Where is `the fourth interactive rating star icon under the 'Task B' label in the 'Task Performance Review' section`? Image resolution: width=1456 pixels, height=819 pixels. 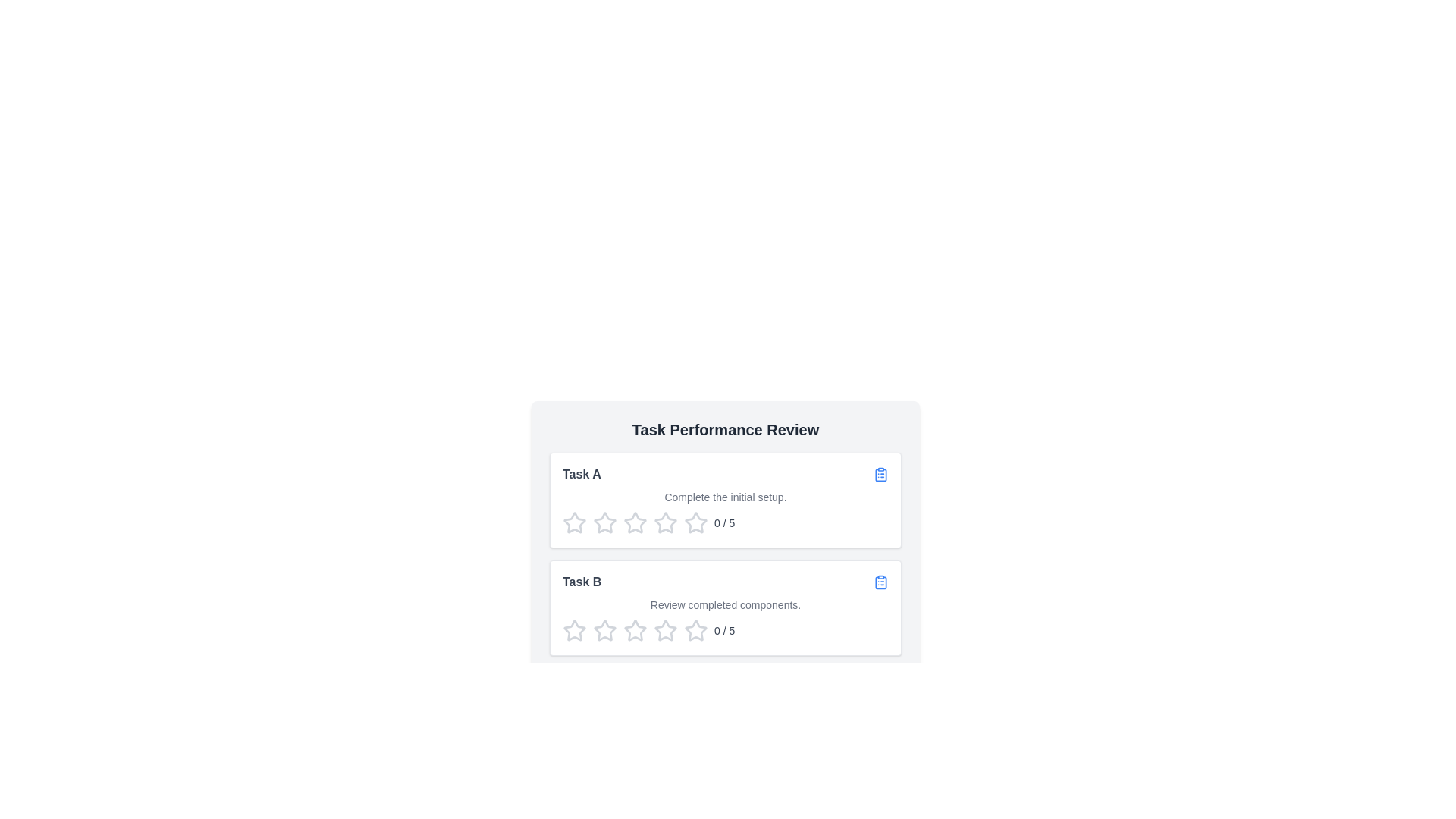
the fourth interactive rating star icon under the 'Task B' label in the 'Task Performance Review' section is located at coordinates (635, 631).